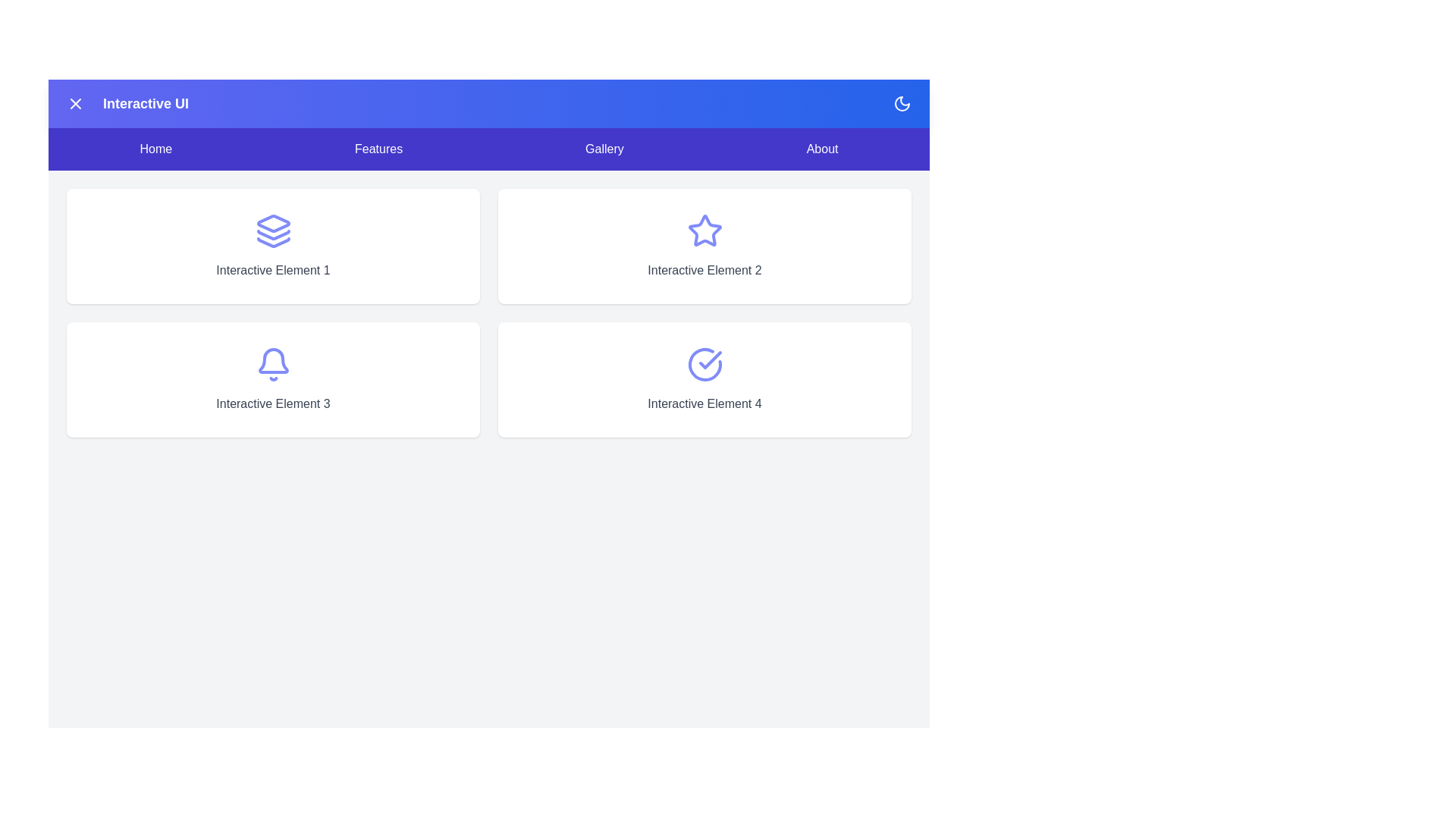  What do you see at coordinates (155, 149) in the screenshot?
I see `the Home navigation menu item` at bounding box center [155, 149].